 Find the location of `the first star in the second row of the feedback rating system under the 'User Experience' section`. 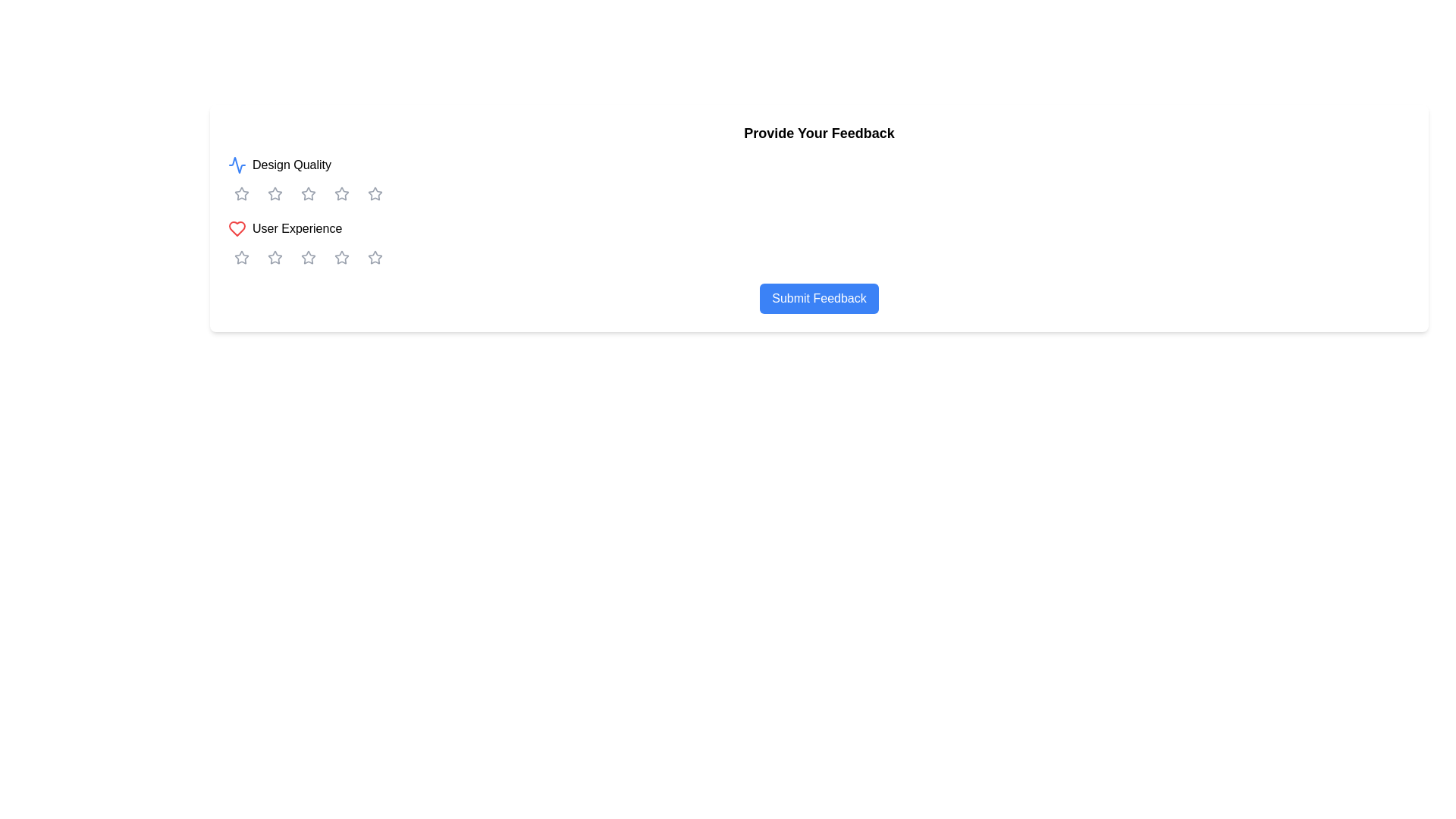

the first star in the second row of the feedback rating system under the 'User Experience' section is located at coordinates (240, 256).